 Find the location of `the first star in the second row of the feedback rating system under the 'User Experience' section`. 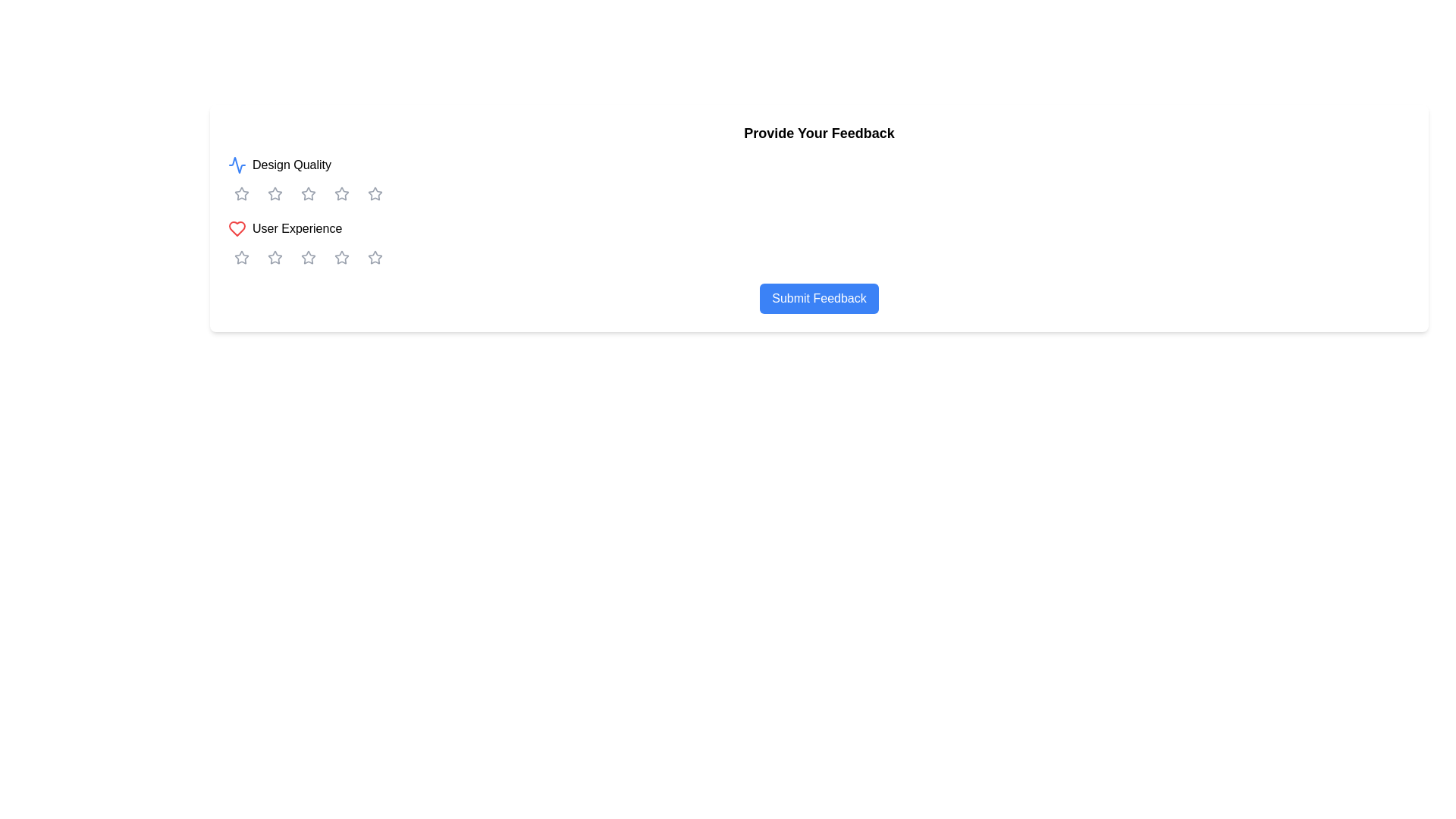

the first star in the second row of the feedback rating system under the 'User Experience' section is located at coordinates (240, 256).